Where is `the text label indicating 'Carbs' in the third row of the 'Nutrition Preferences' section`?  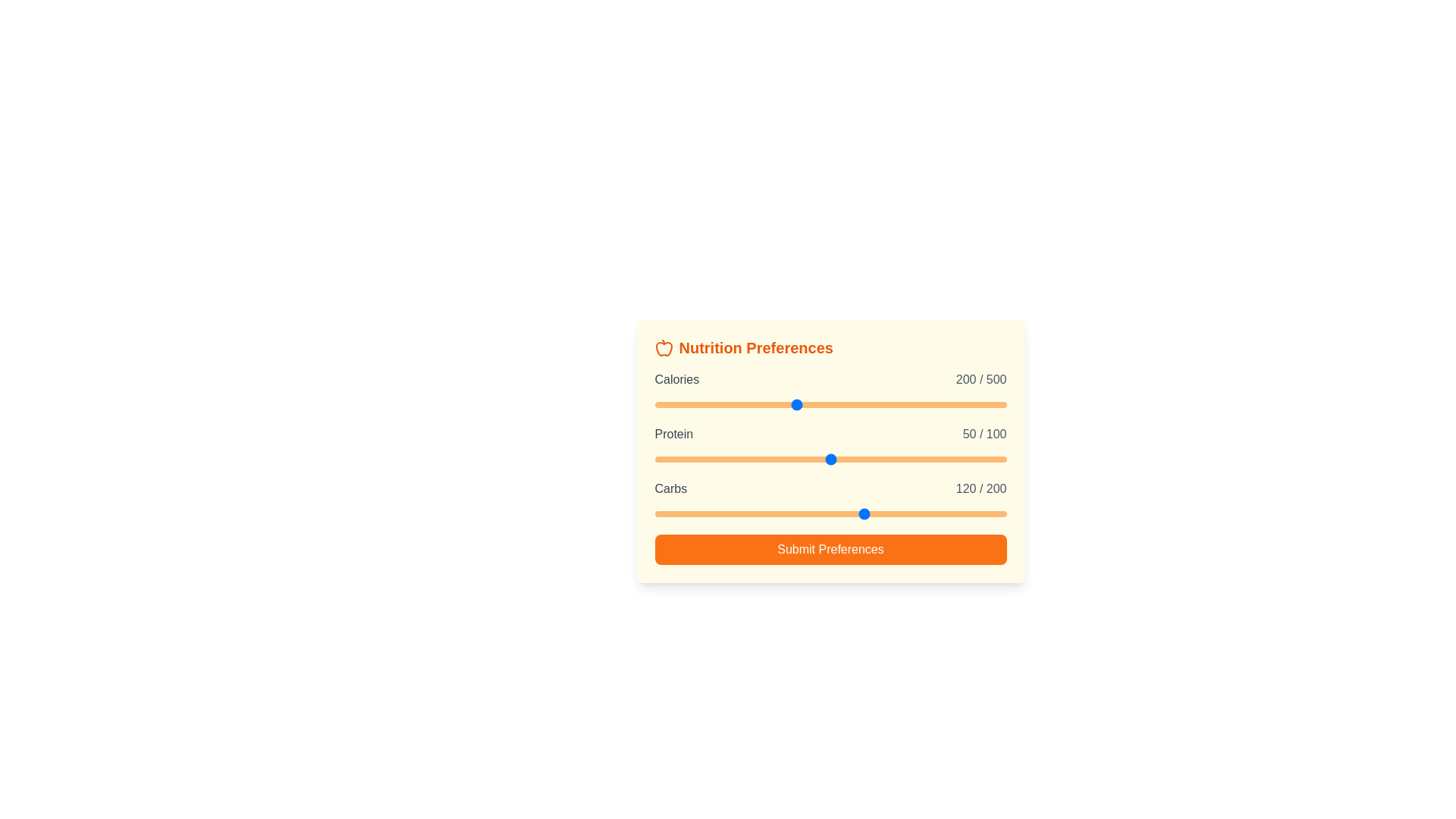 the text label indicating 'Carbs' in the third row of the 'Nutrition Preferences' section is located at coordinates (670, 488).